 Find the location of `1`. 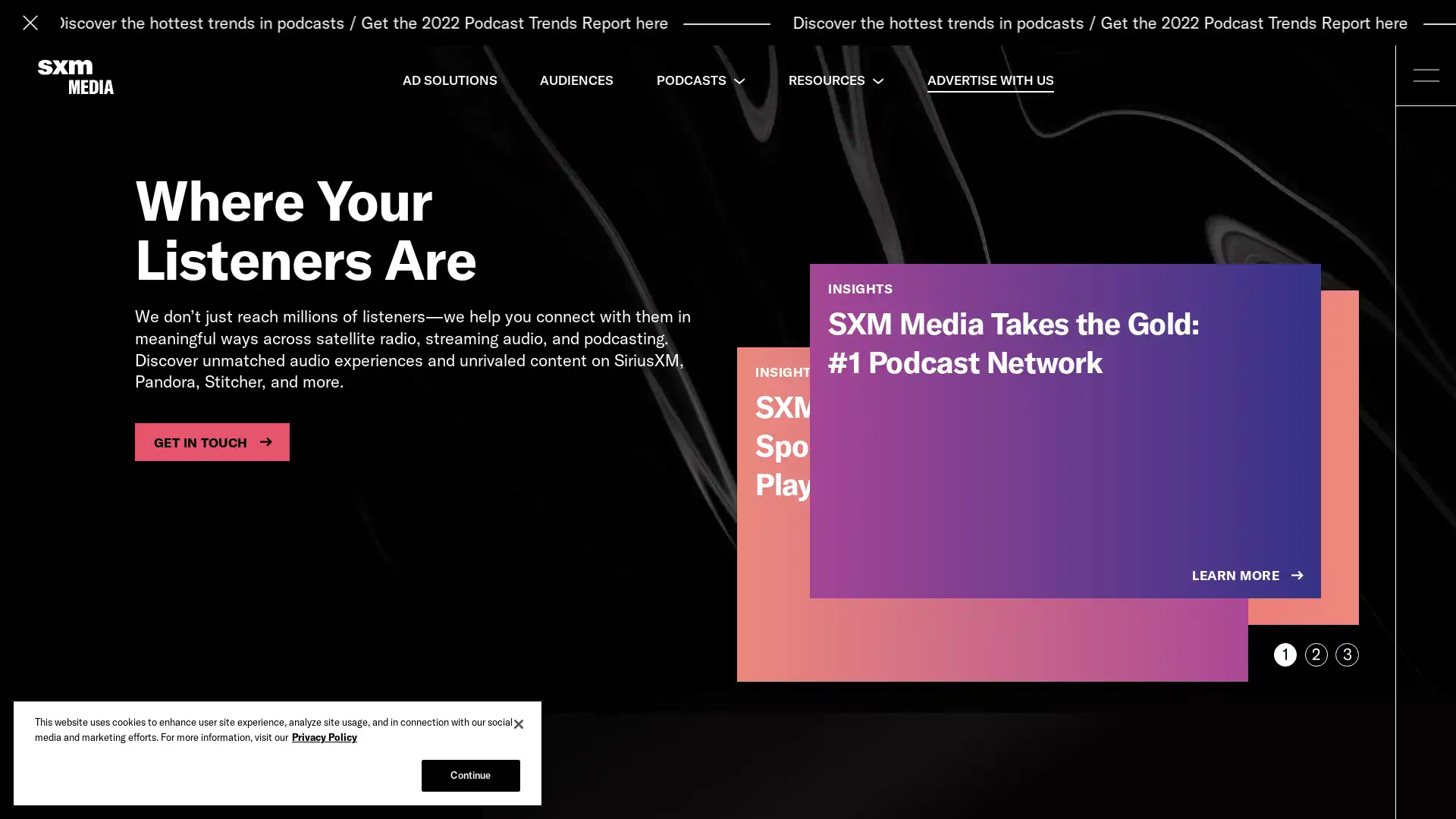

1 is located at coordinates (1284, 654).